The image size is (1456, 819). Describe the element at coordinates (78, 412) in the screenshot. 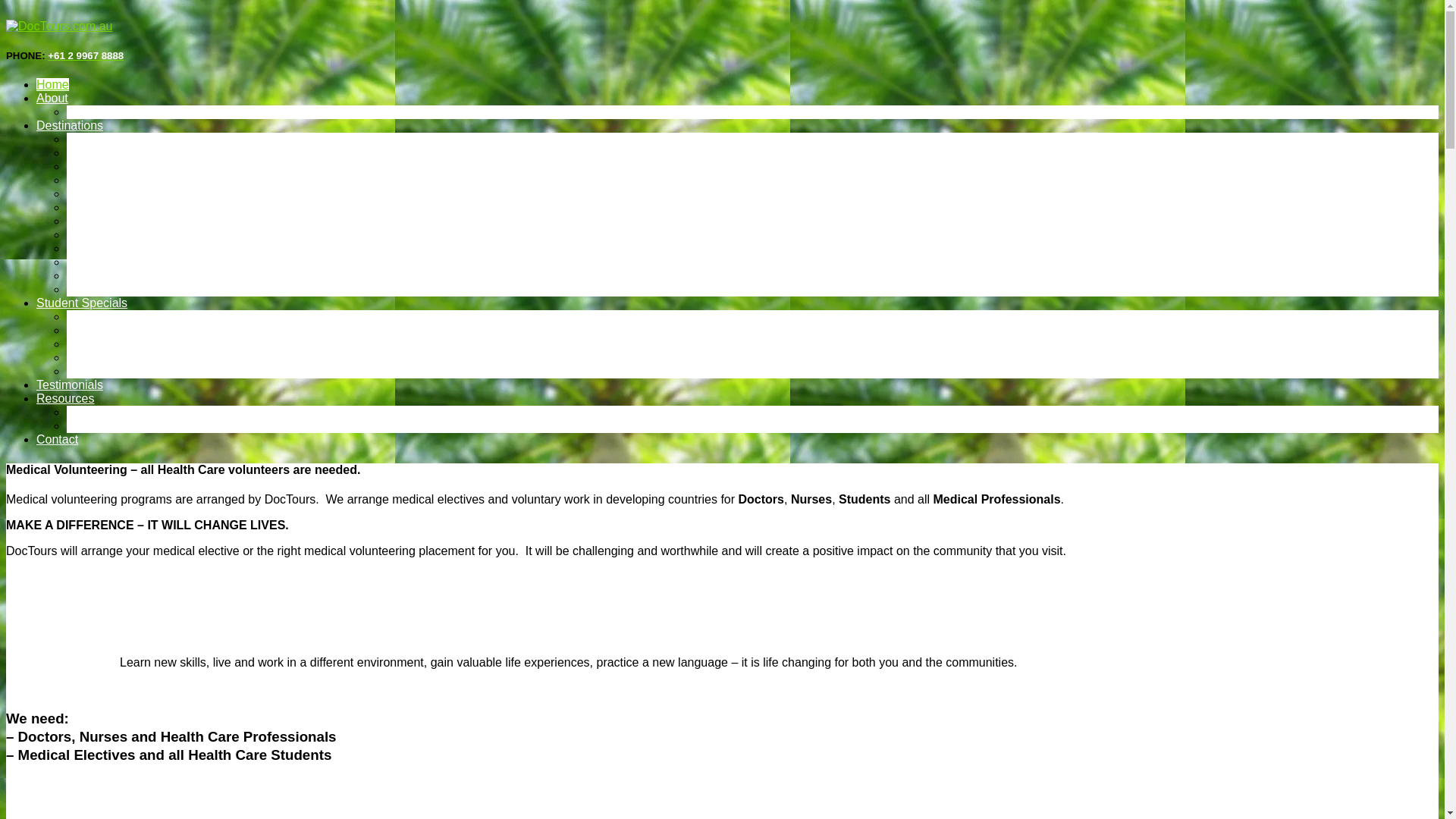

I see `'Blog'` at that location.